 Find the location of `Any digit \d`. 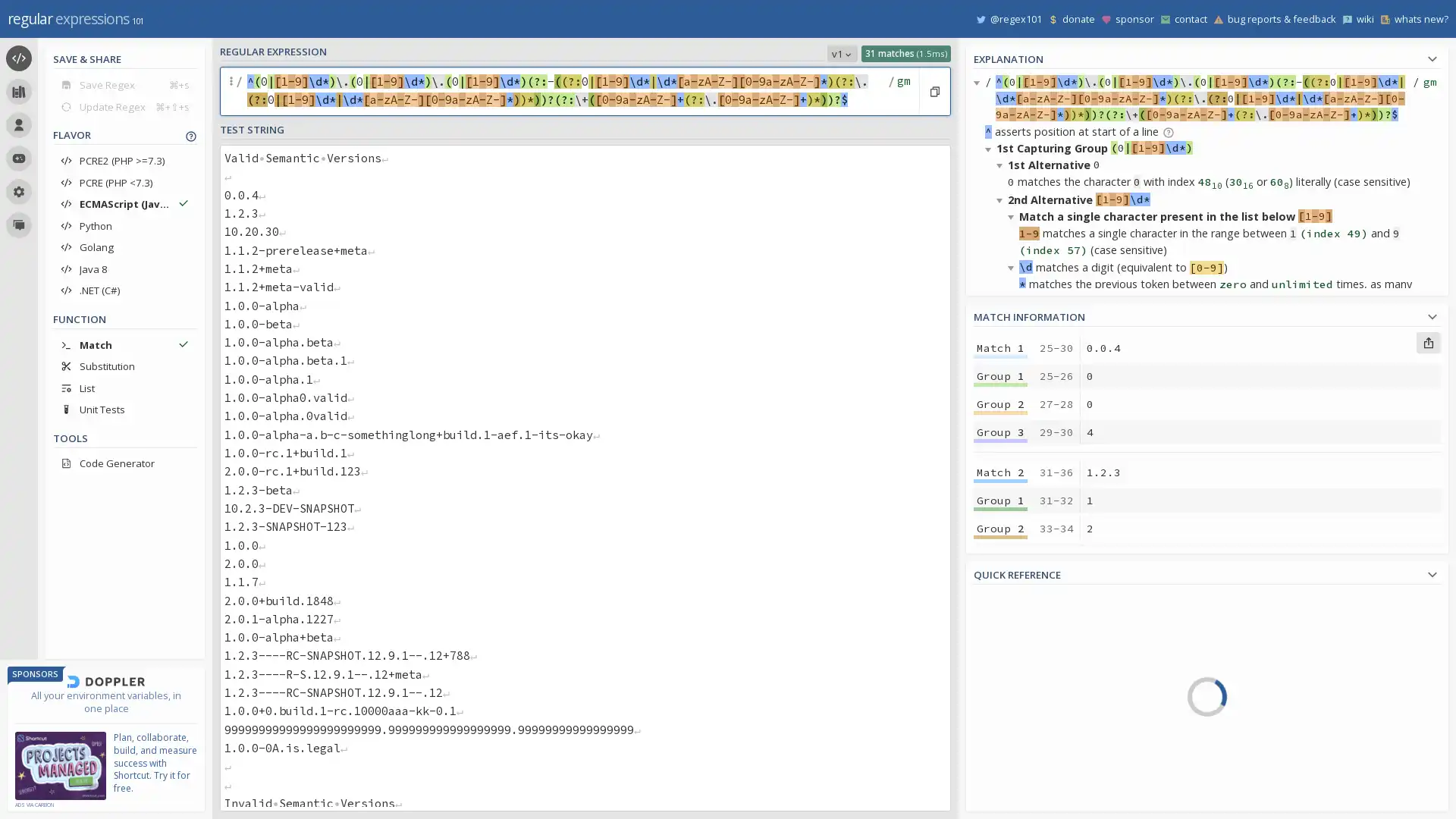

Any digit \d is located at coordinates (1282, 794).